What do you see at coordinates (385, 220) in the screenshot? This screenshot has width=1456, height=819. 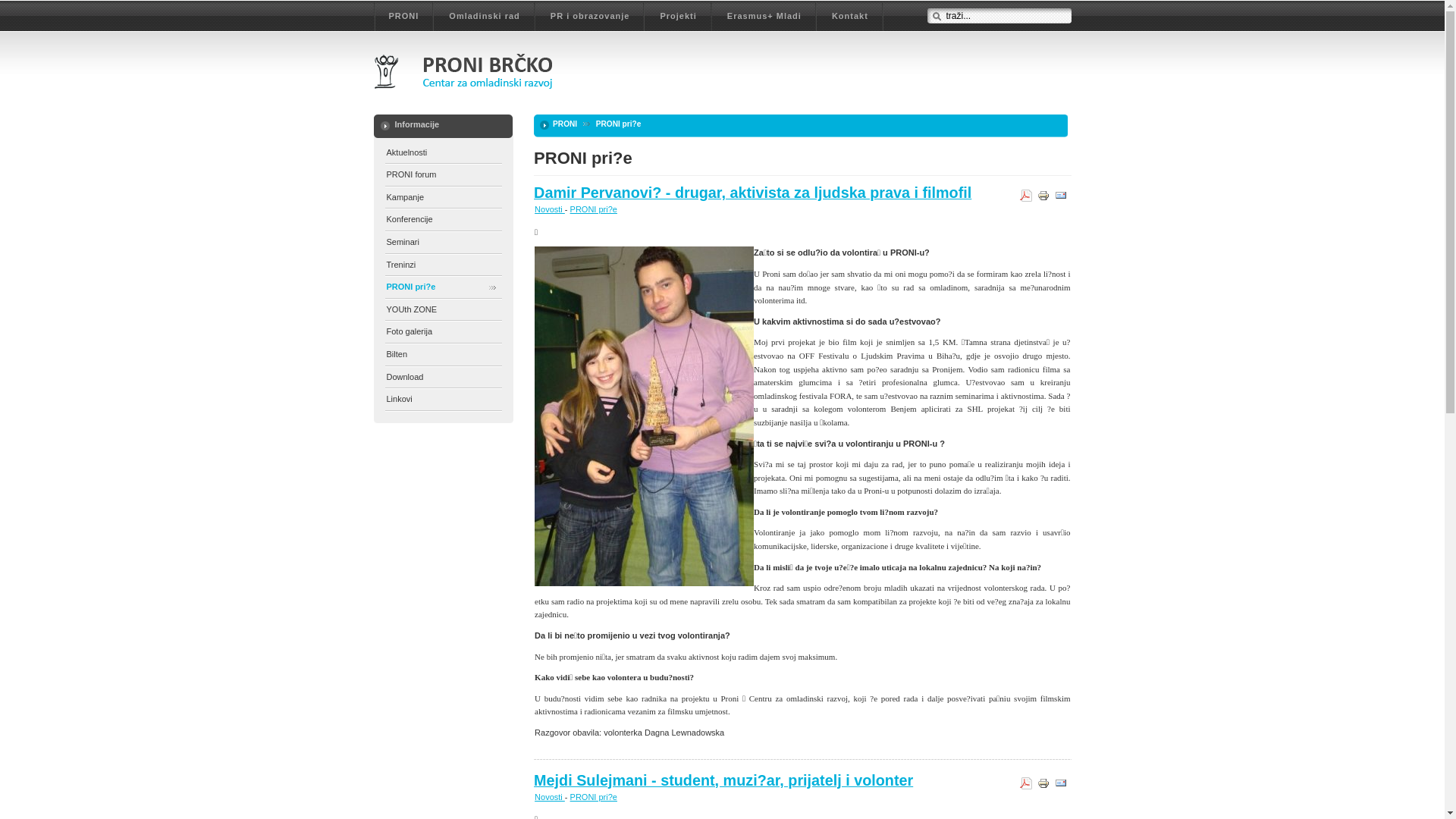 I see `'Konferencije'` at bounding box center [385, 220].